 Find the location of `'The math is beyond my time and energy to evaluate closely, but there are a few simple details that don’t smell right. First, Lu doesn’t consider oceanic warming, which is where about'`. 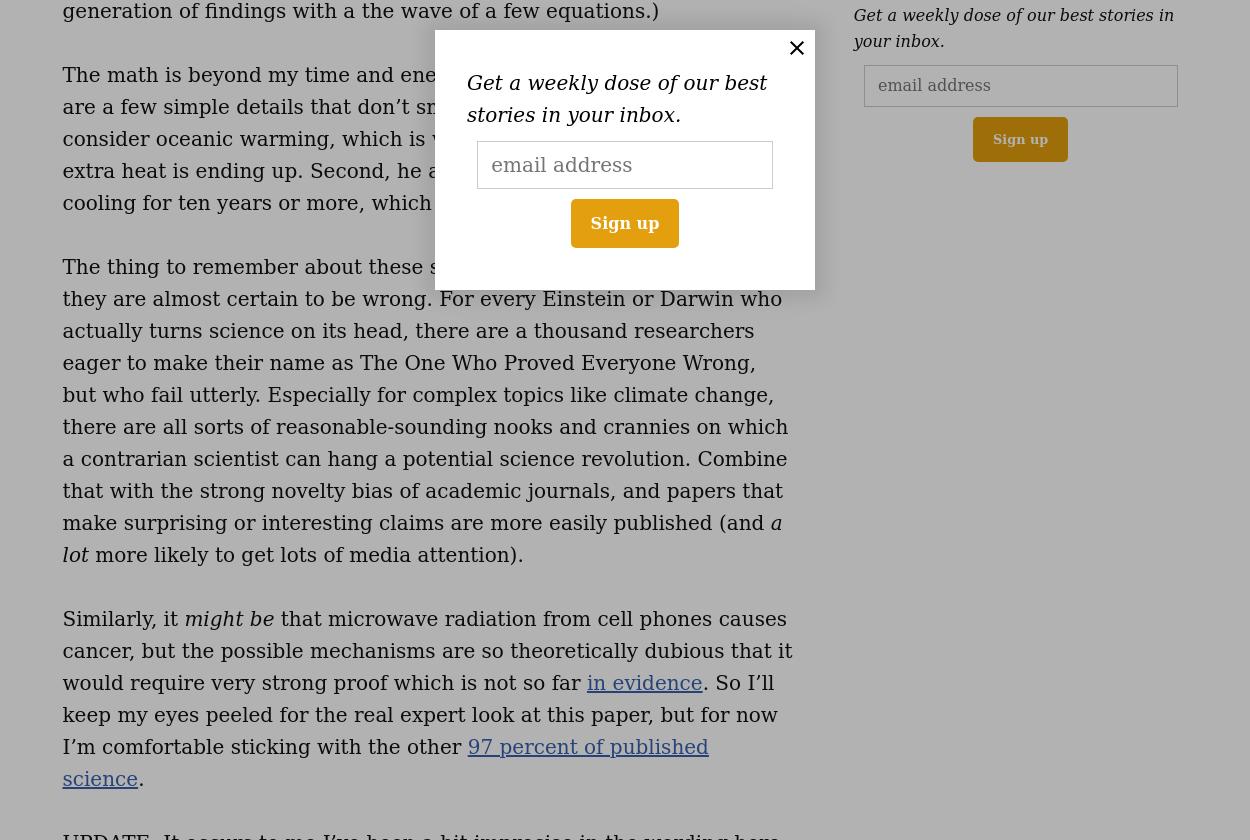

'The math is beyond my time and energy to evaluate closely, but there are a few simple details that don’t smell right. First, Lu doesn’t consider oceanic warming, which is where about' is located at coordinates (415, 107).